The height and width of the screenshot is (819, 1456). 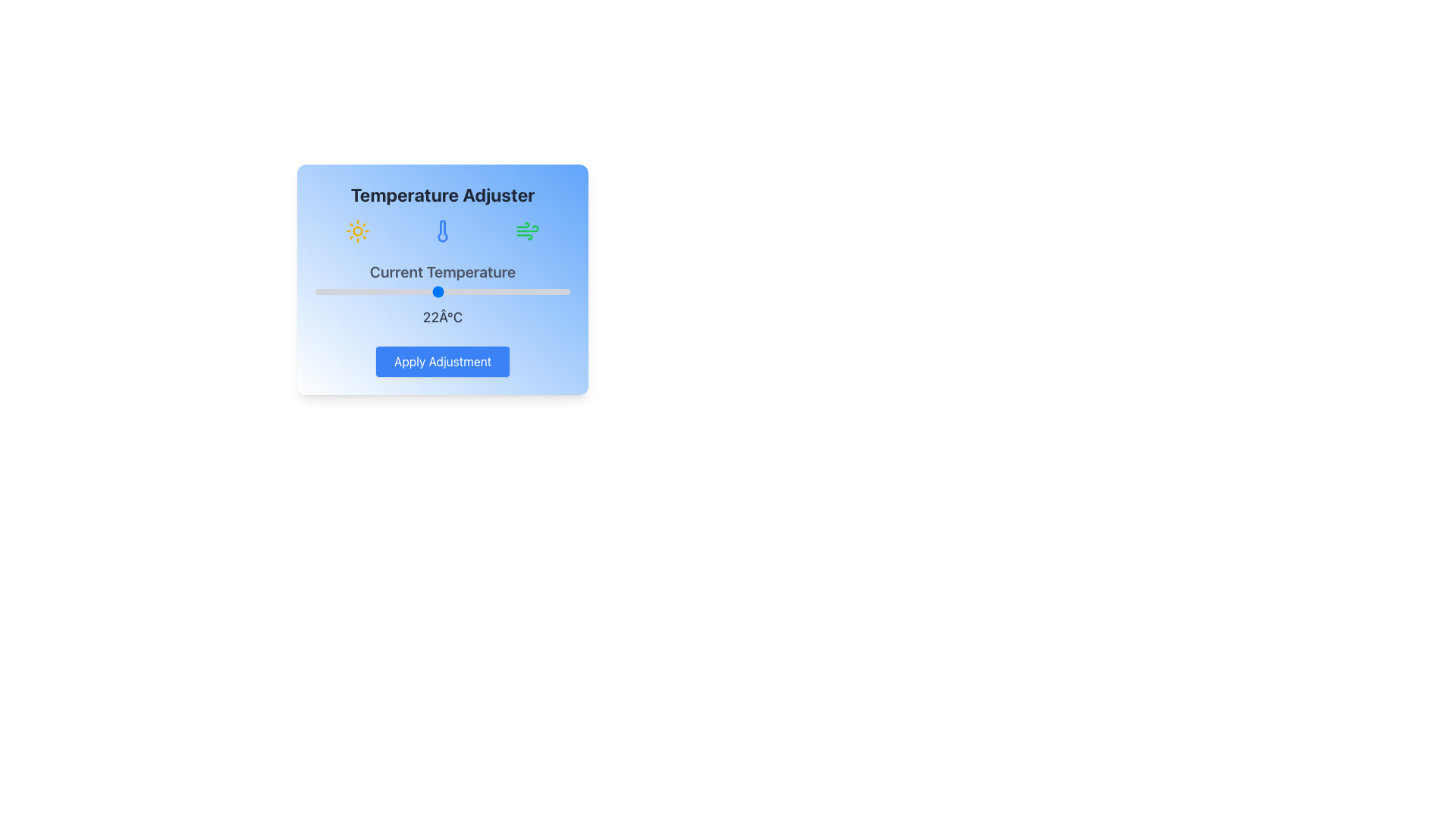 What do you see at coordinates (442, 362) in the screenshot?
I see `the 'Apply Adjustment' button, which is a rectangular button with white text on a blue background, located centrally near the bottom of the temperature adjustment widget` at bounding box center [442, 362].